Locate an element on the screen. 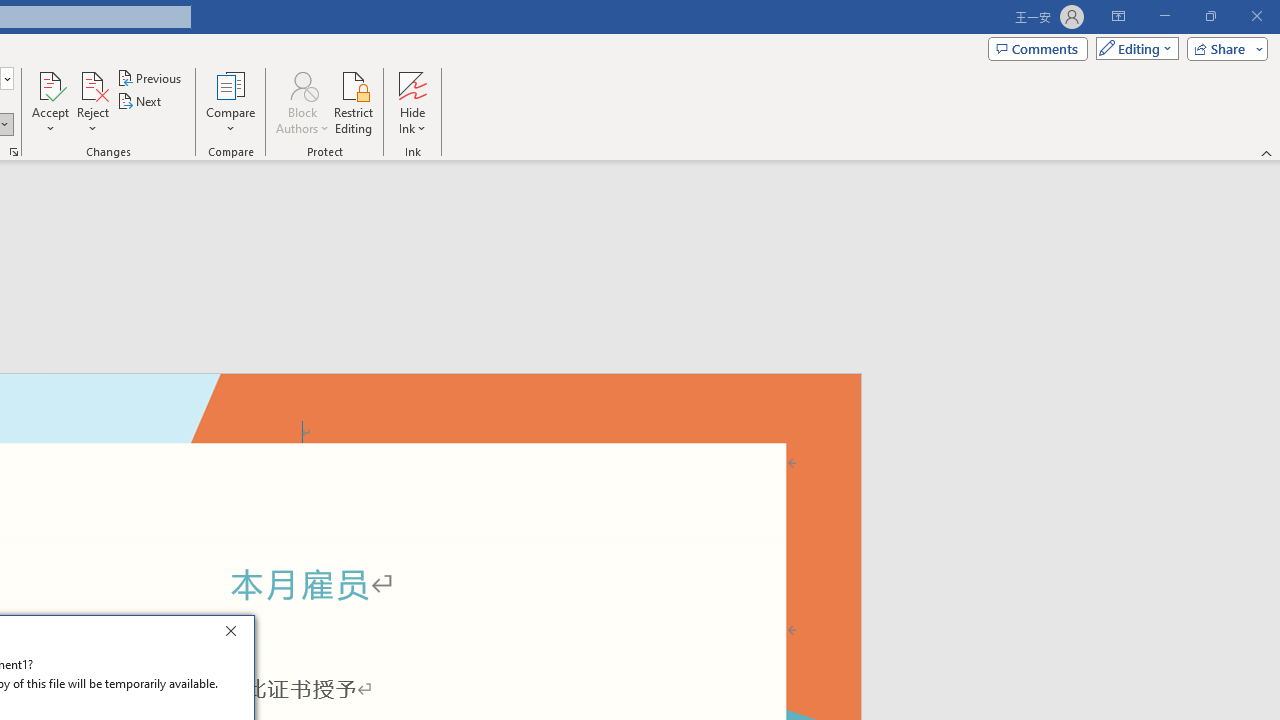 This screenshot has width=1280, height=720. 'Mode' is located at coordinates (1133, 47).